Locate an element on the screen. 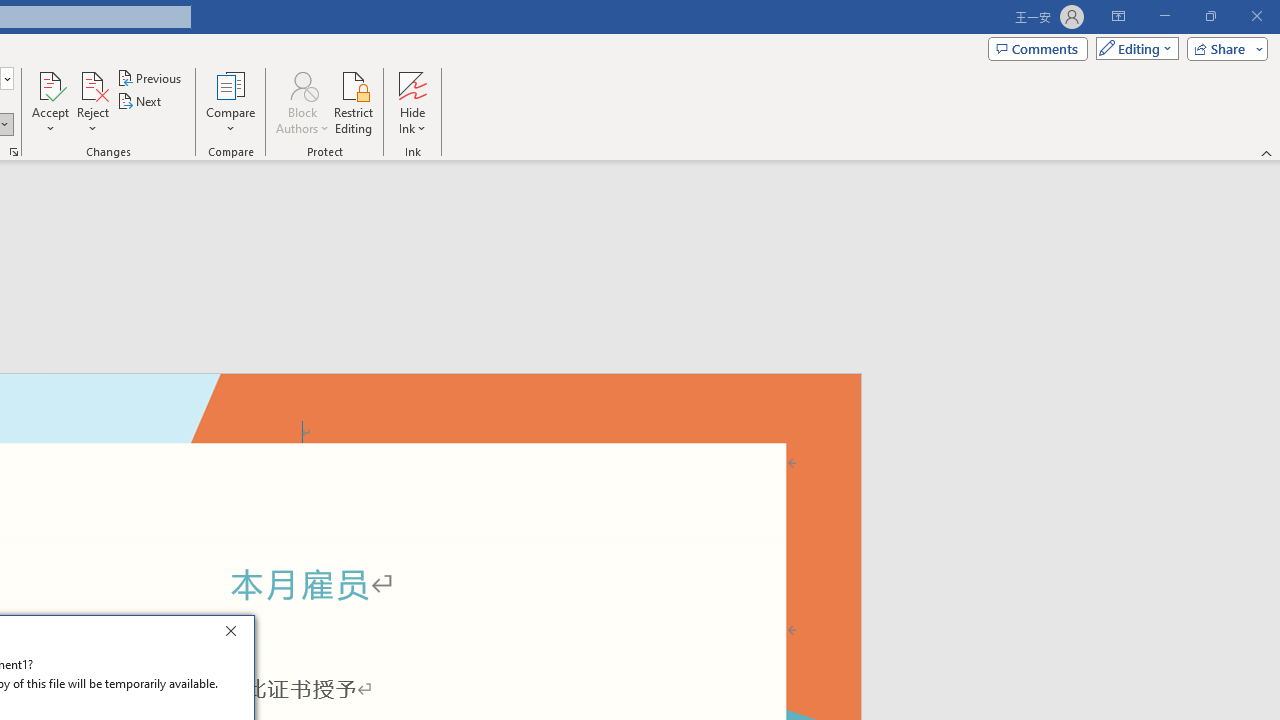 This screenshot has width=1280, height=720. 'Mode' is located at coordinates (1133, 47).